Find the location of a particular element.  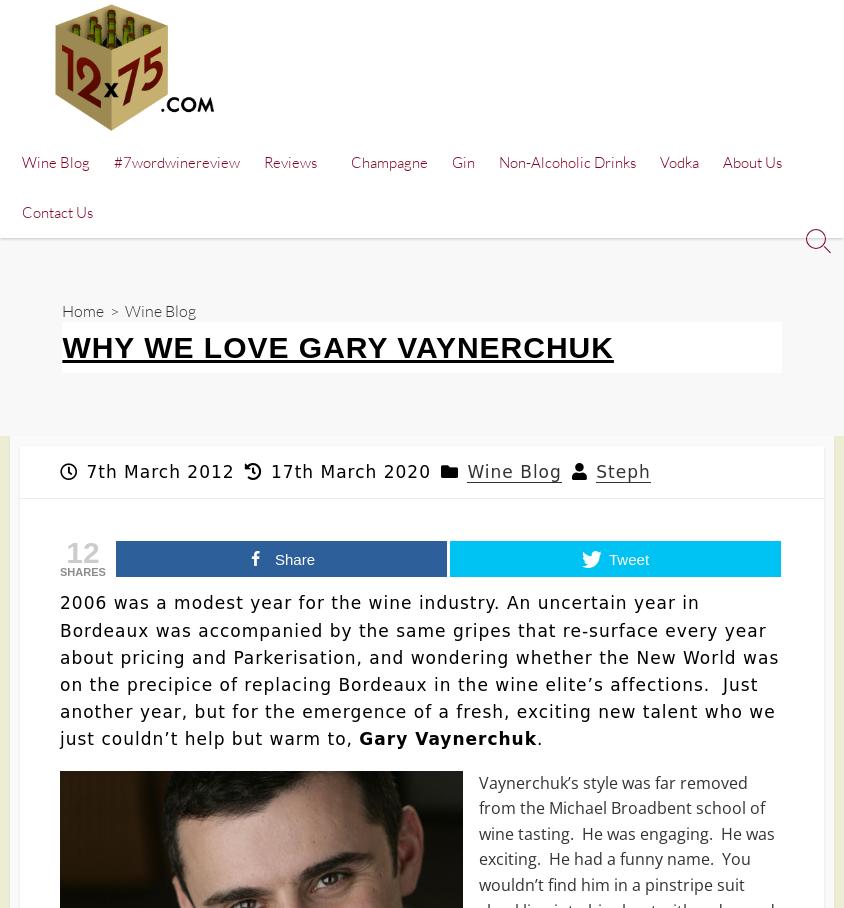

'2006 was a modest year for the wine industry. An uncertain year in Bordeaux was accompanied by the same gripes that re-surface every year about pricing and Parkerisation, and wondering whether the New World was on the precipice of replacing Bordeaux in the wine elite’s affections.  Just another year, but for the emergence of a fresh, exciting new talent who we just couldn’t help but warm to,' is located at coordinates (419, 671).